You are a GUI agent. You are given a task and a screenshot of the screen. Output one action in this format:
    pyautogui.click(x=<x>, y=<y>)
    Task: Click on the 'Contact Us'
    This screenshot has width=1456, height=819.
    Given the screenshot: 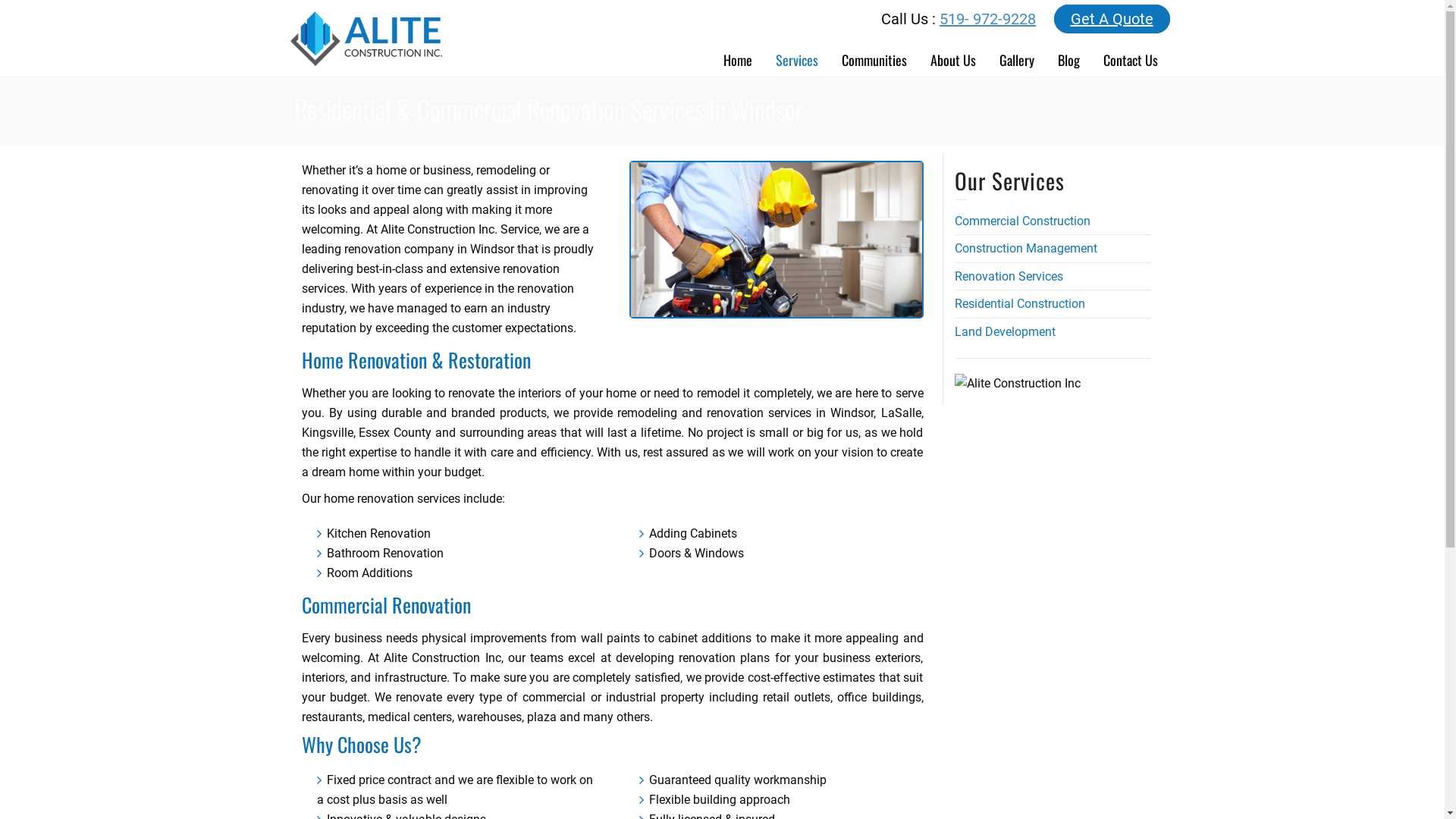 What is the action you would take?
    pyautogui.click(x=1131, y=54)
    